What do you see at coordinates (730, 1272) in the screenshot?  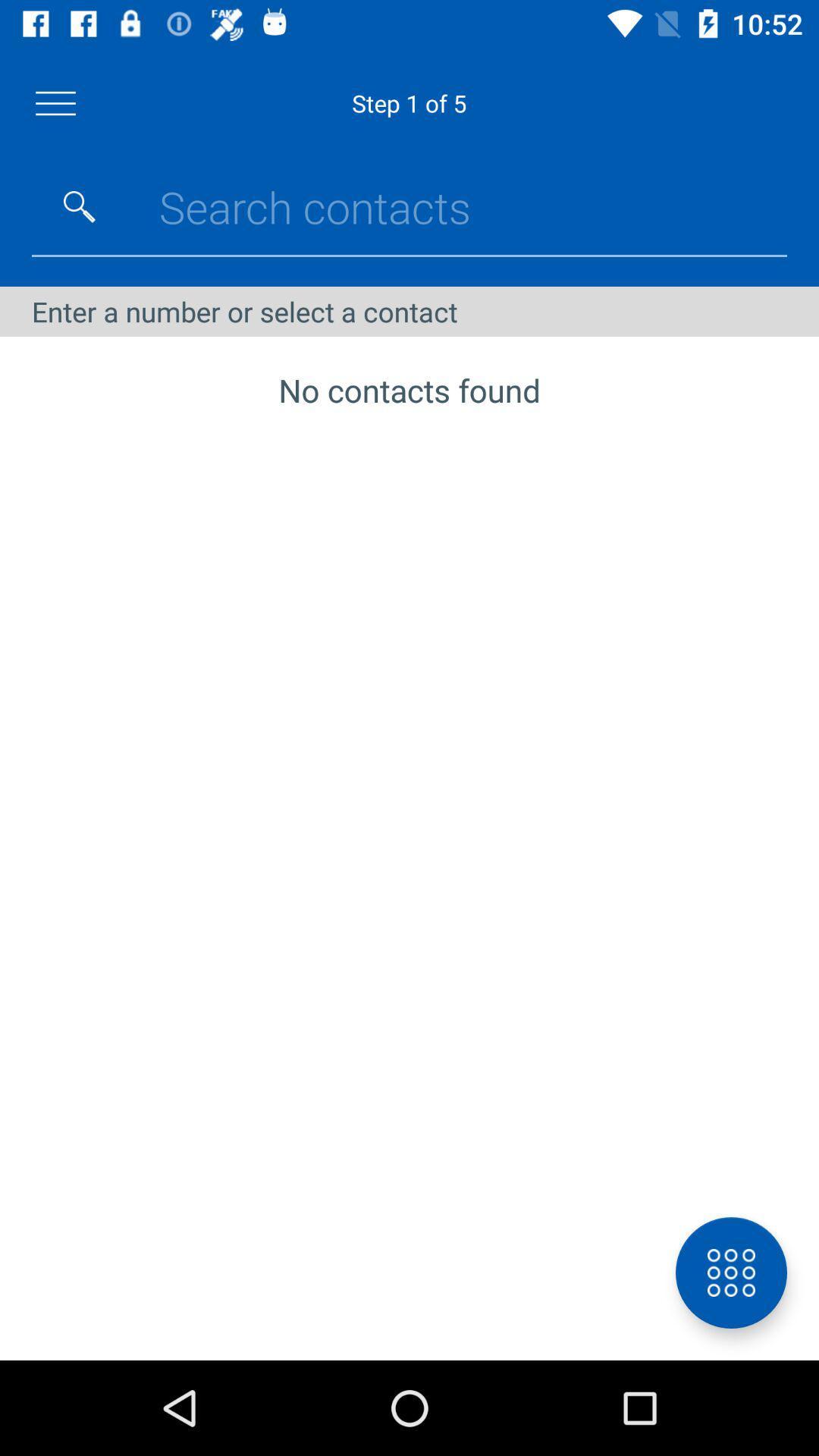 I see `the item below the enter a number` at bounding box center [730, 1272].